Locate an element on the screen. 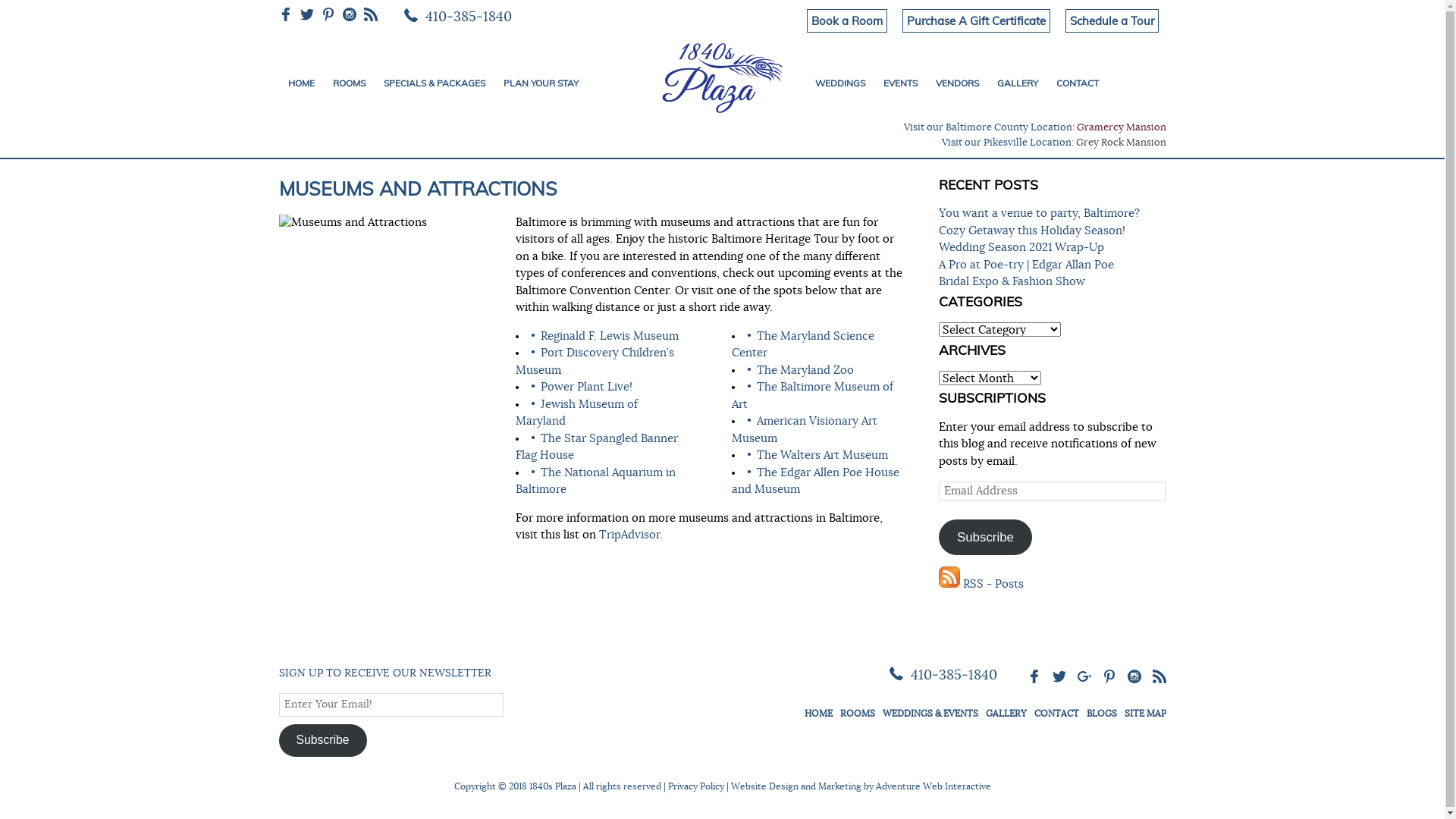 The width and height of the screenshot is (1456, 819). 'The Walters Art Museum' is located at coordinates (821, 454).